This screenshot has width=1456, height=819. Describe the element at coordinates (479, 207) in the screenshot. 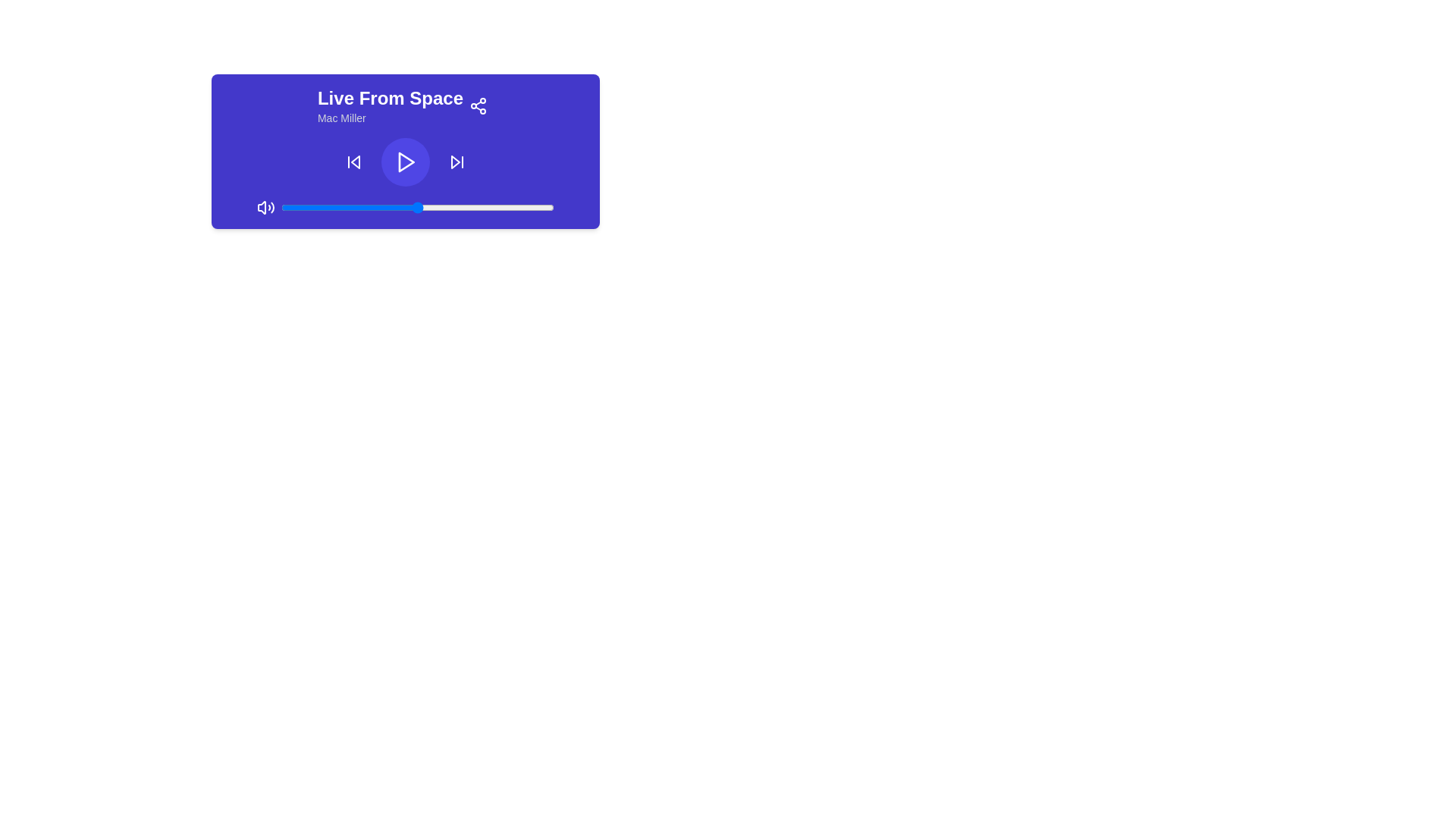

I see `the slider value` at that location.